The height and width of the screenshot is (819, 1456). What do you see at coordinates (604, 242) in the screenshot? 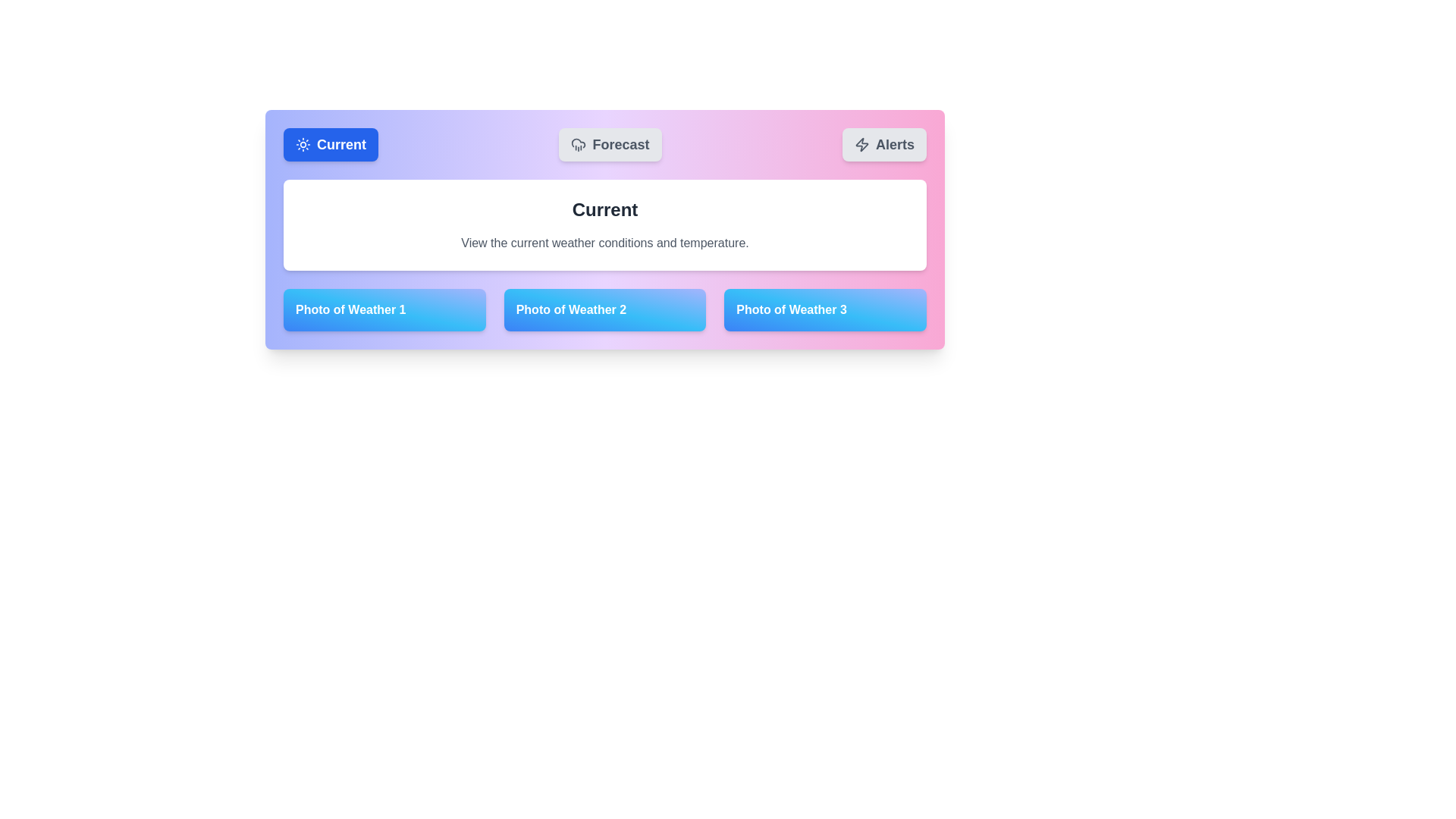
I see `the text label displaying 'View the current weather conditions and temperature.' which is styled in light gray and located below the header 'Current' within a white rounded rectangular card` at bounding box center [604, 242].